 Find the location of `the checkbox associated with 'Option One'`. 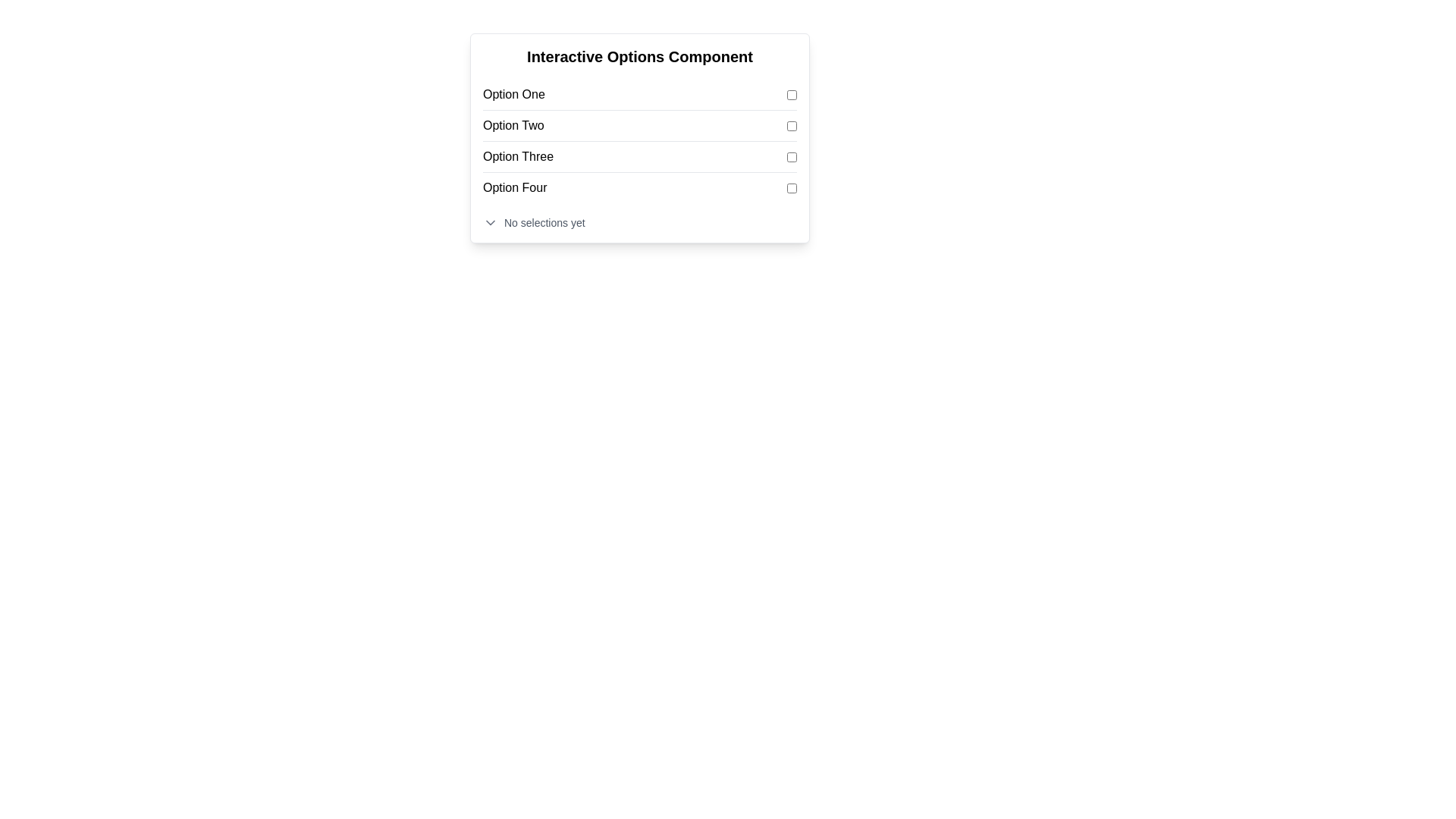

the checkbox associated with 'Option One' is located at coordinates (791, 94).